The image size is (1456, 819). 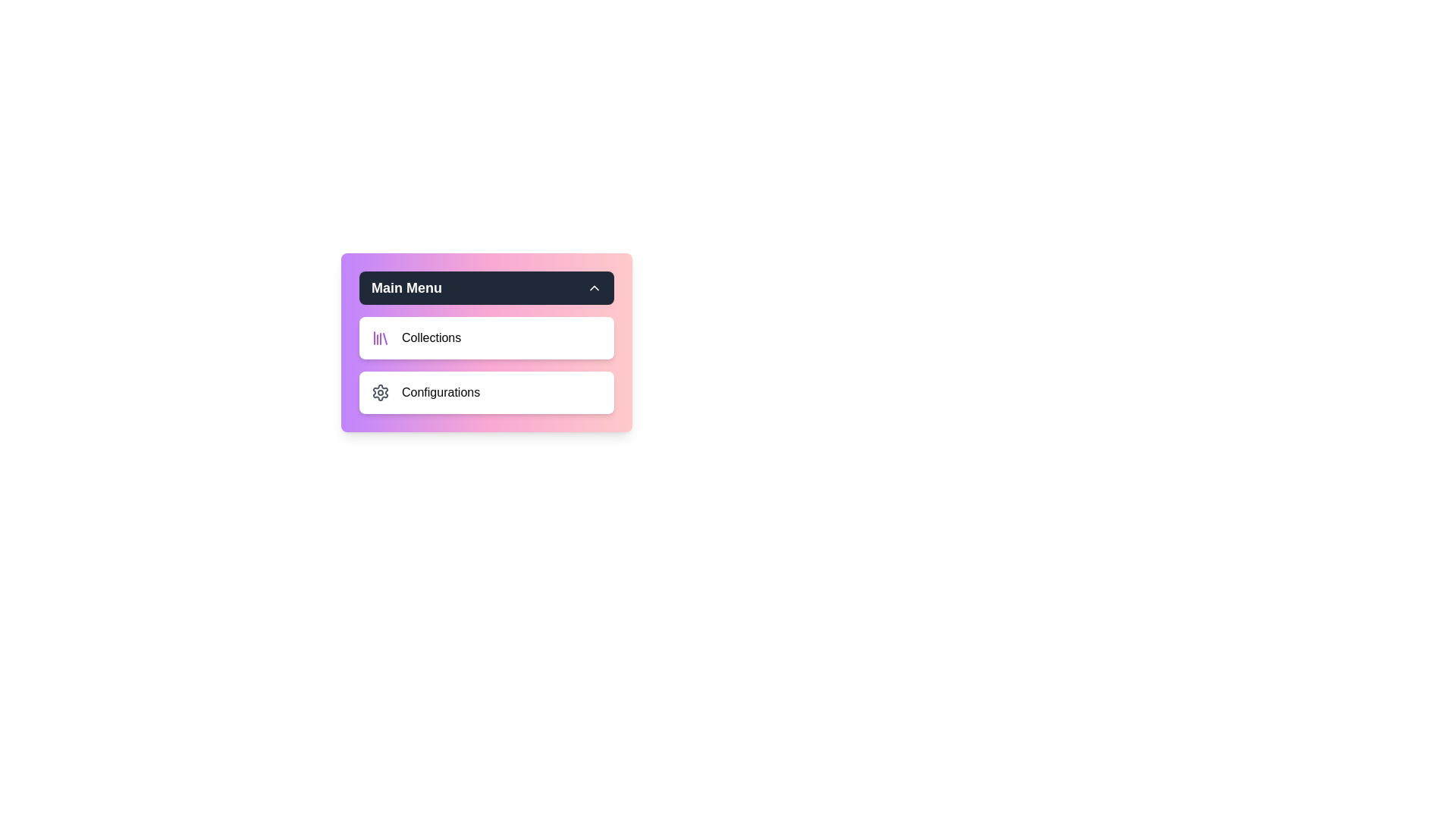 What do you see at coordinates (381, 337) in the screenshot?
I see `the 'Collections' icon located on the left-hand side of the first menu option for quick access to the Collections section` at bounding box center [381, 337].